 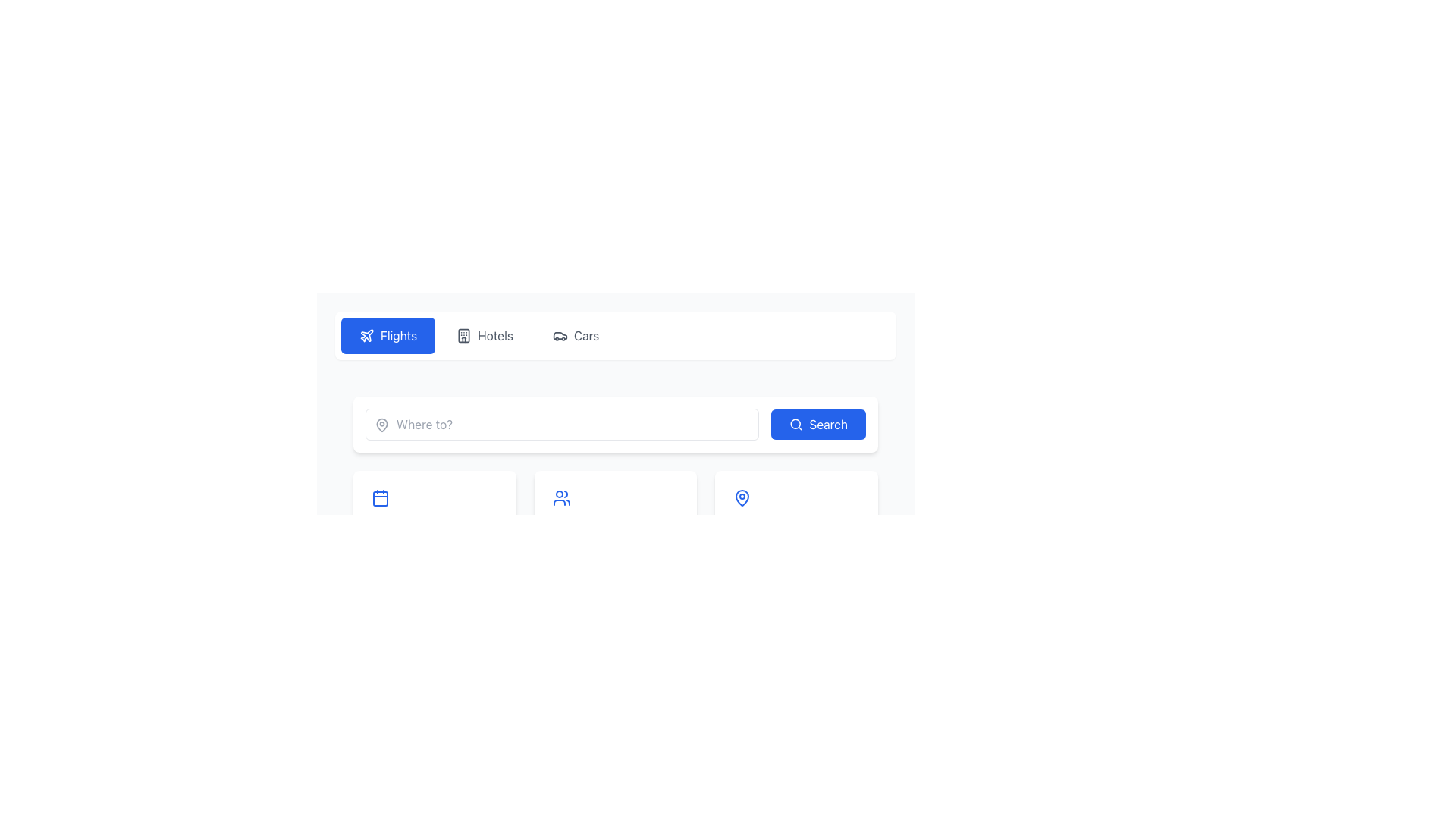 I want to click on the 'Cars' button in the navigation menu, so click(x=575, y=335).